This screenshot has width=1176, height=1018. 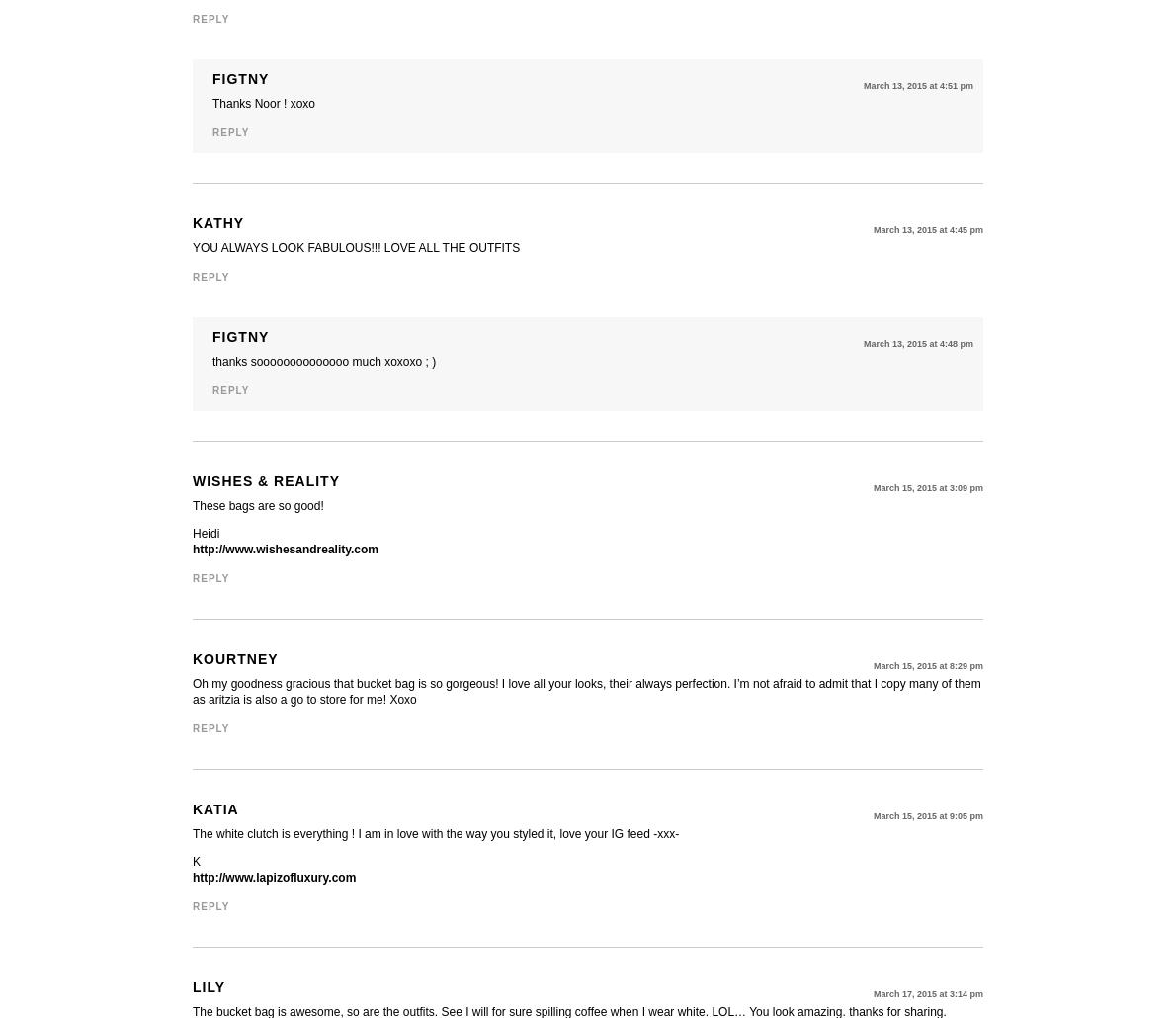 I want to click on 'March 13, 2015 at 4:45 pm', so click(x=927, y=229).